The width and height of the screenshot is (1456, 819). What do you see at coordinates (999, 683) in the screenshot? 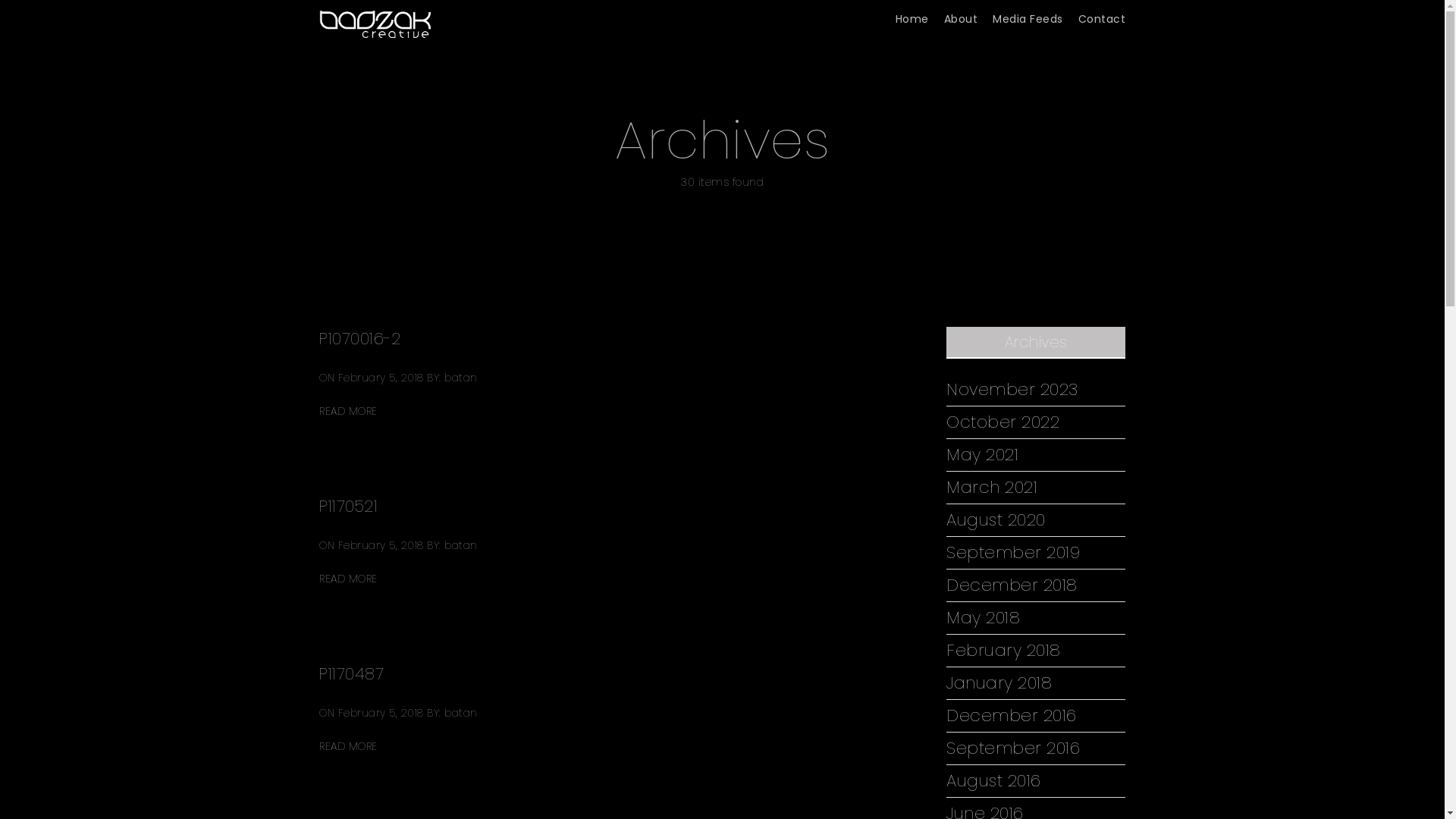
I see `'January 2018'` at bounding box center [999, 683].